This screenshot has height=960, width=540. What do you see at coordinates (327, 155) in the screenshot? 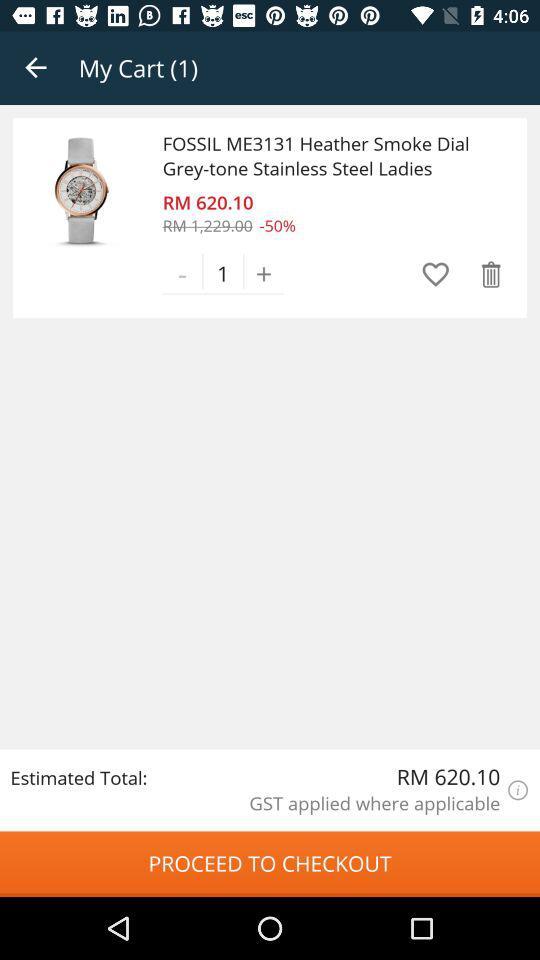
I see `the fossil me3131 heather item` at bounding box center [327, 155].